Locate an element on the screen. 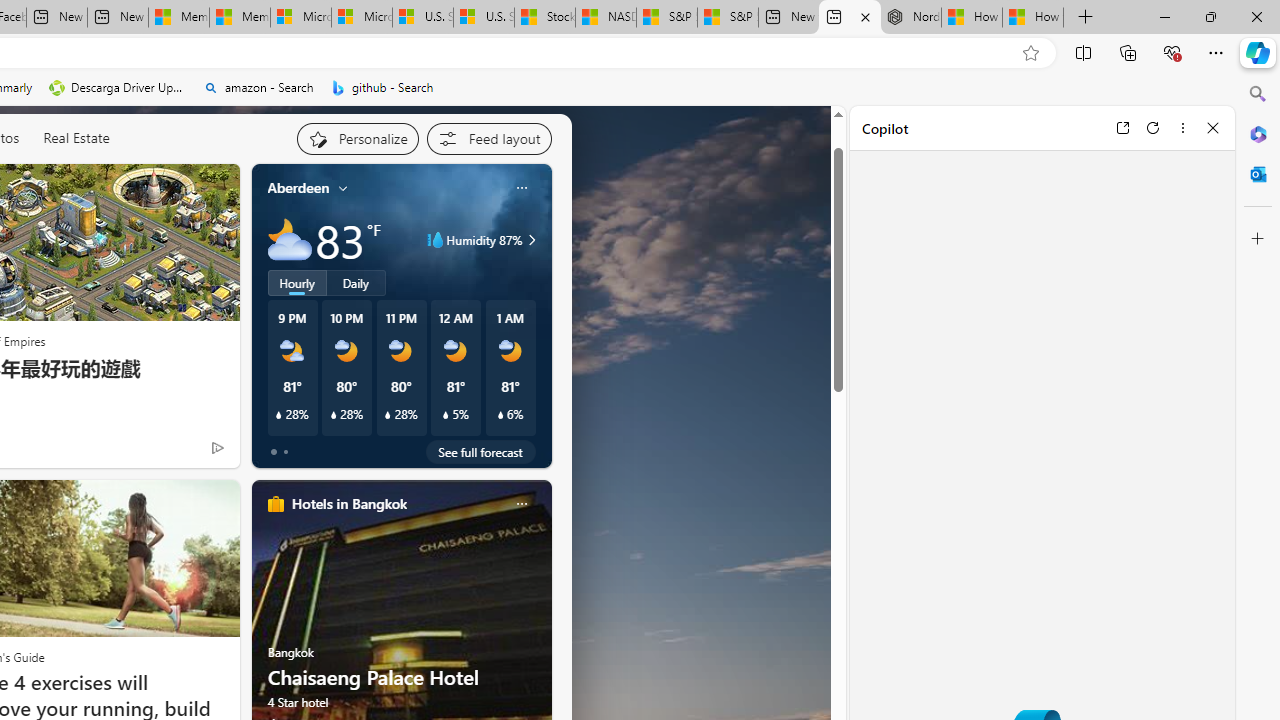 The height and width of the screenshot is (720, 1280). 'tab-0' is located at coordinates (272, 452).